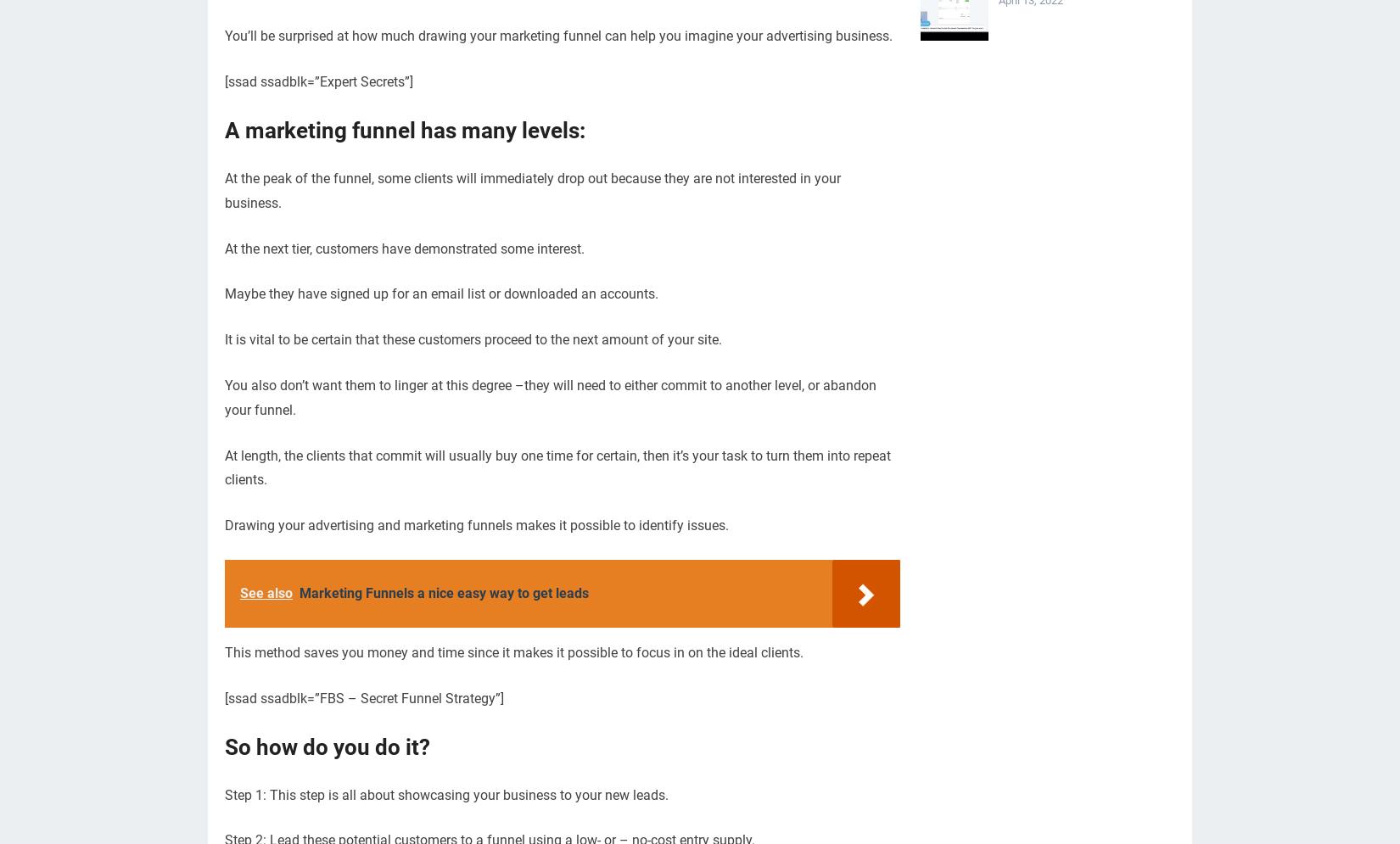 The image size is (1400, 844). What do you see at coordinates (445, 794) in the screenshot?
I see `'Step 1: This step is all about showcasing your business to your new leads.'` at bounding box center [445, 794].